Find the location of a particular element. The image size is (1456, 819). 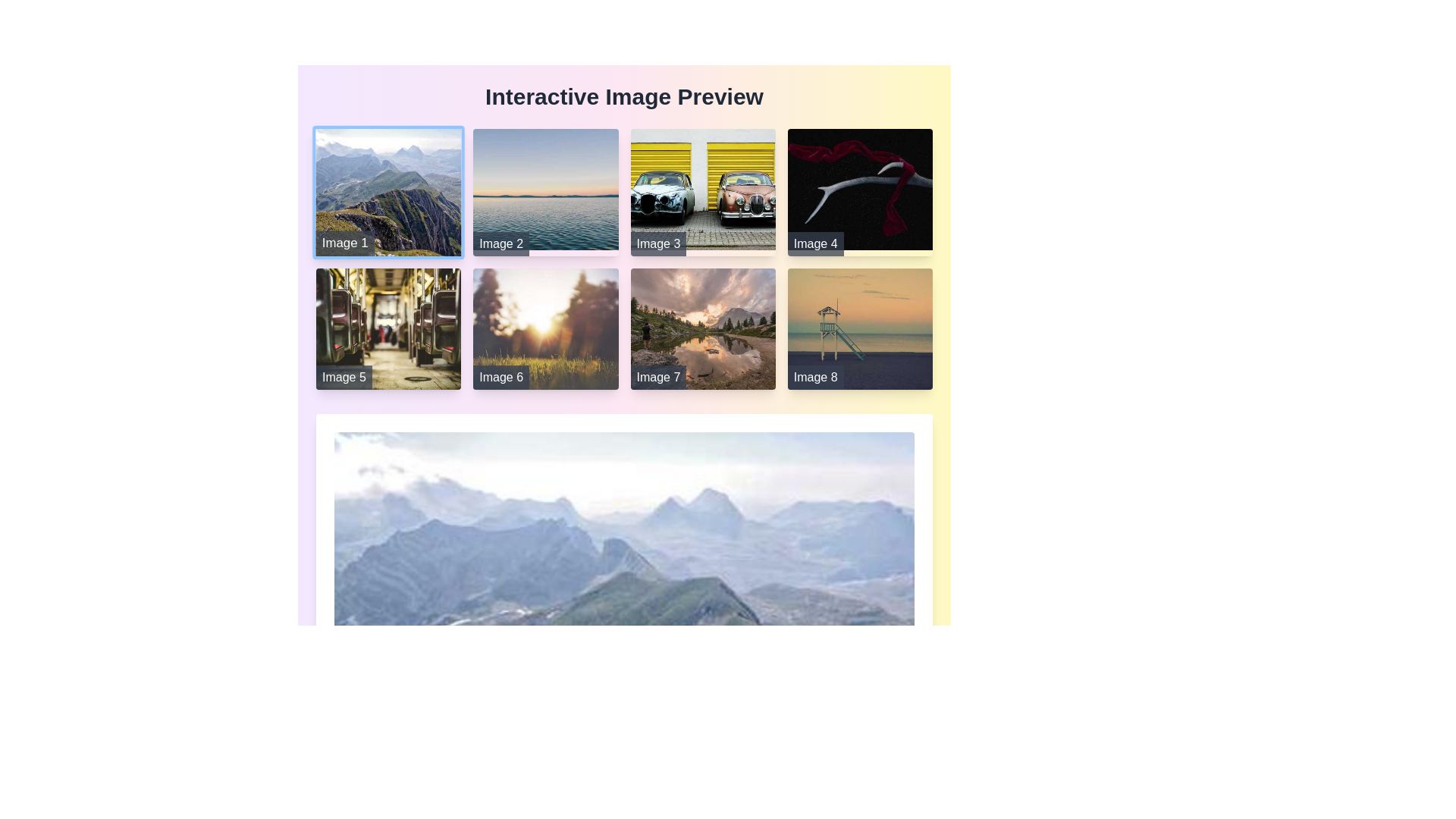

the decorative image element located in the top right section of the image grid is located at coordinates (860, 189).